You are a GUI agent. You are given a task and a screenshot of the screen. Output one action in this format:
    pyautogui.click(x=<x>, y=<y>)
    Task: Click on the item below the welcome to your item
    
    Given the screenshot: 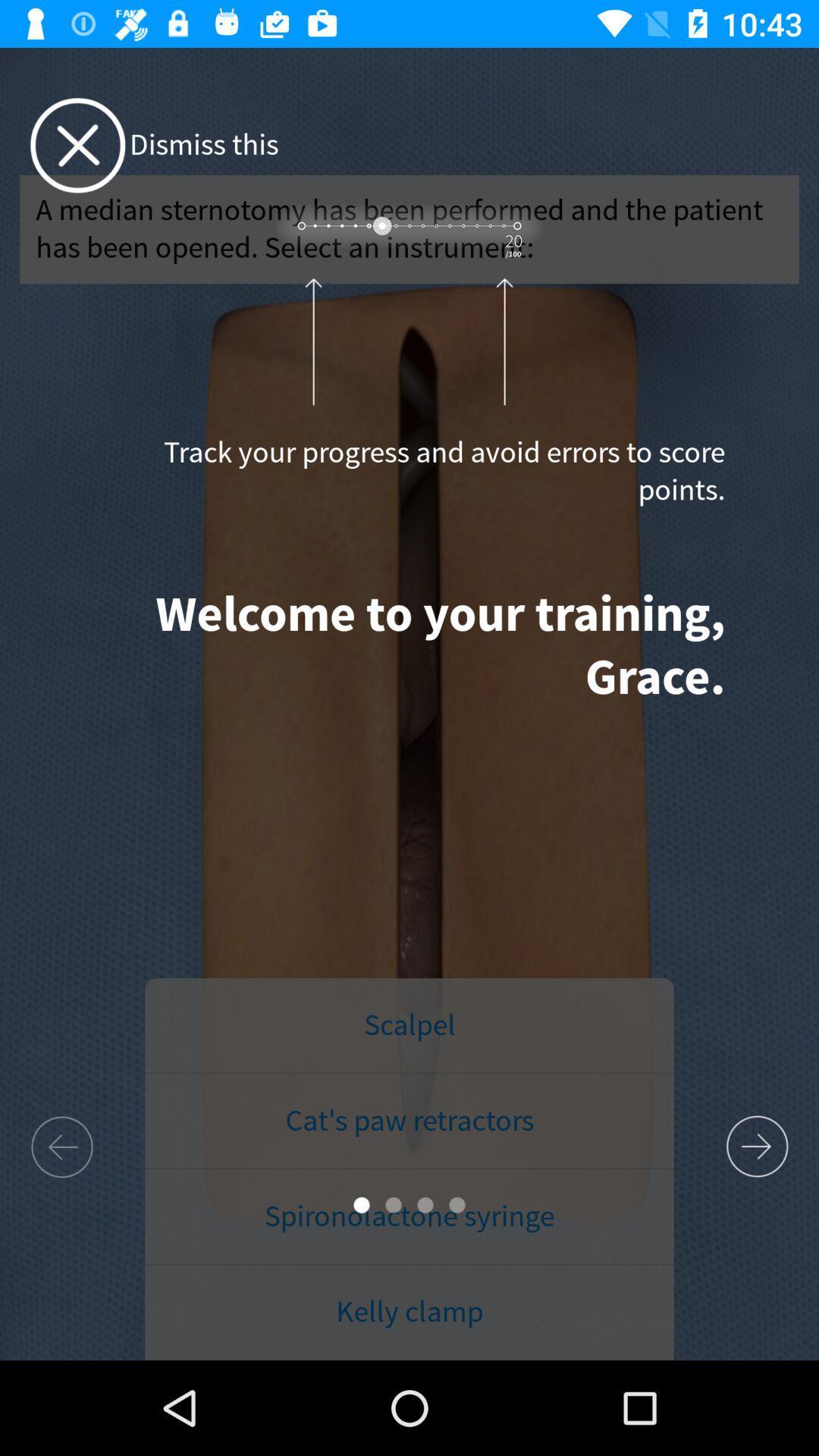 What is the action you would take?
    pyautogui.click(x=409, y=1026)
    